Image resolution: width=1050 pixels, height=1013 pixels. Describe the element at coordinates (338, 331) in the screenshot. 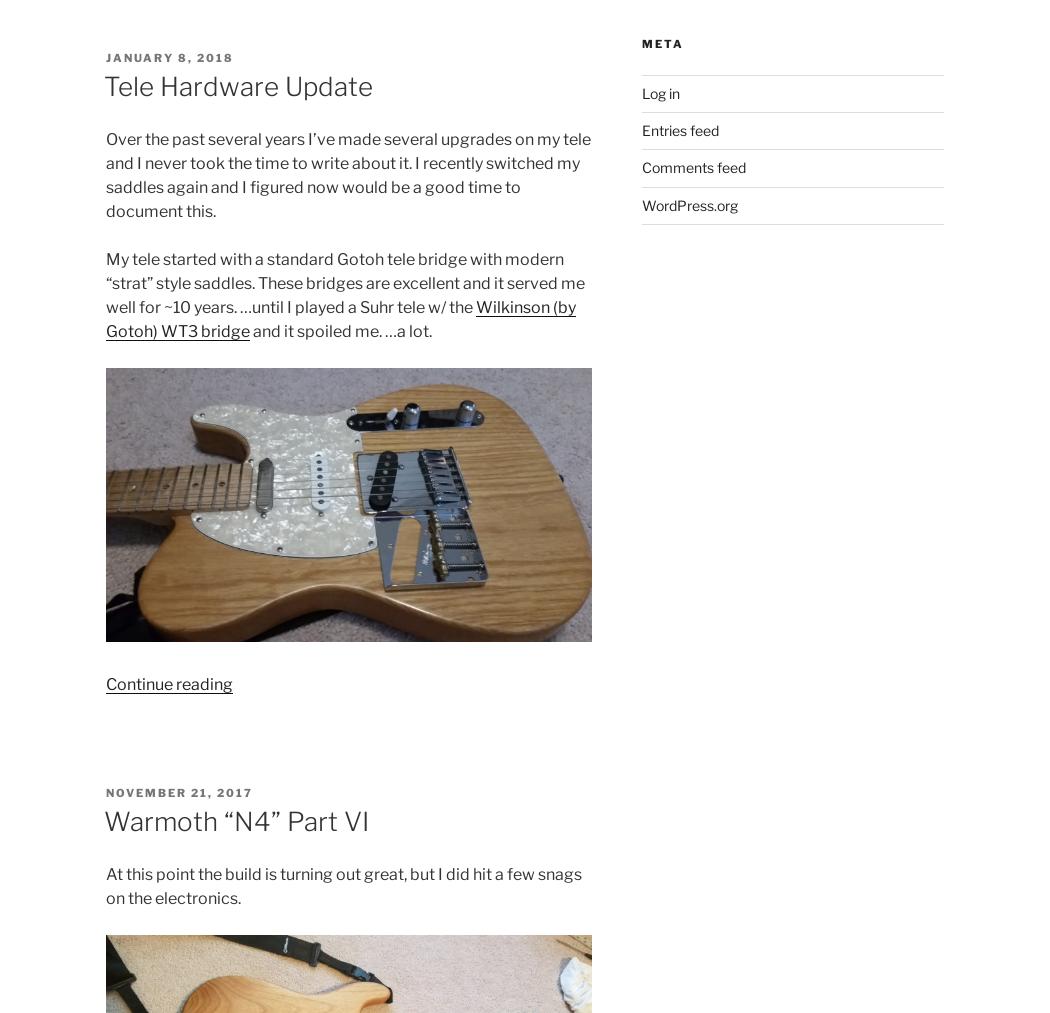

I see `'and it spoiled me. …a lot.'` at that location.